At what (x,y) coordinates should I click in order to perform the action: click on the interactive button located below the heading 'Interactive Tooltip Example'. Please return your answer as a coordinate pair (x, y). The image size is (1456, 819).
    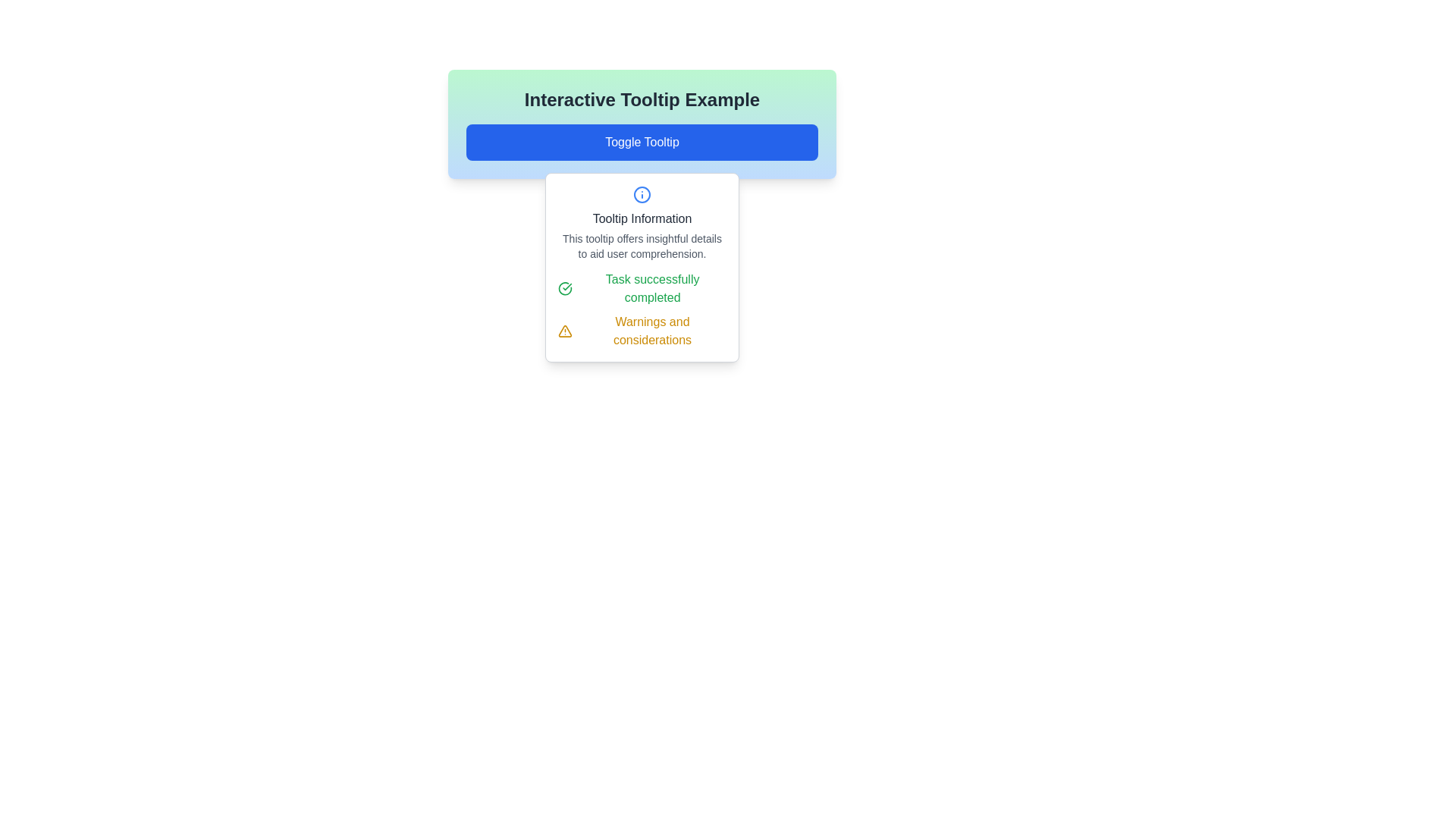
    Looking at the image, I should click on (642, 143).